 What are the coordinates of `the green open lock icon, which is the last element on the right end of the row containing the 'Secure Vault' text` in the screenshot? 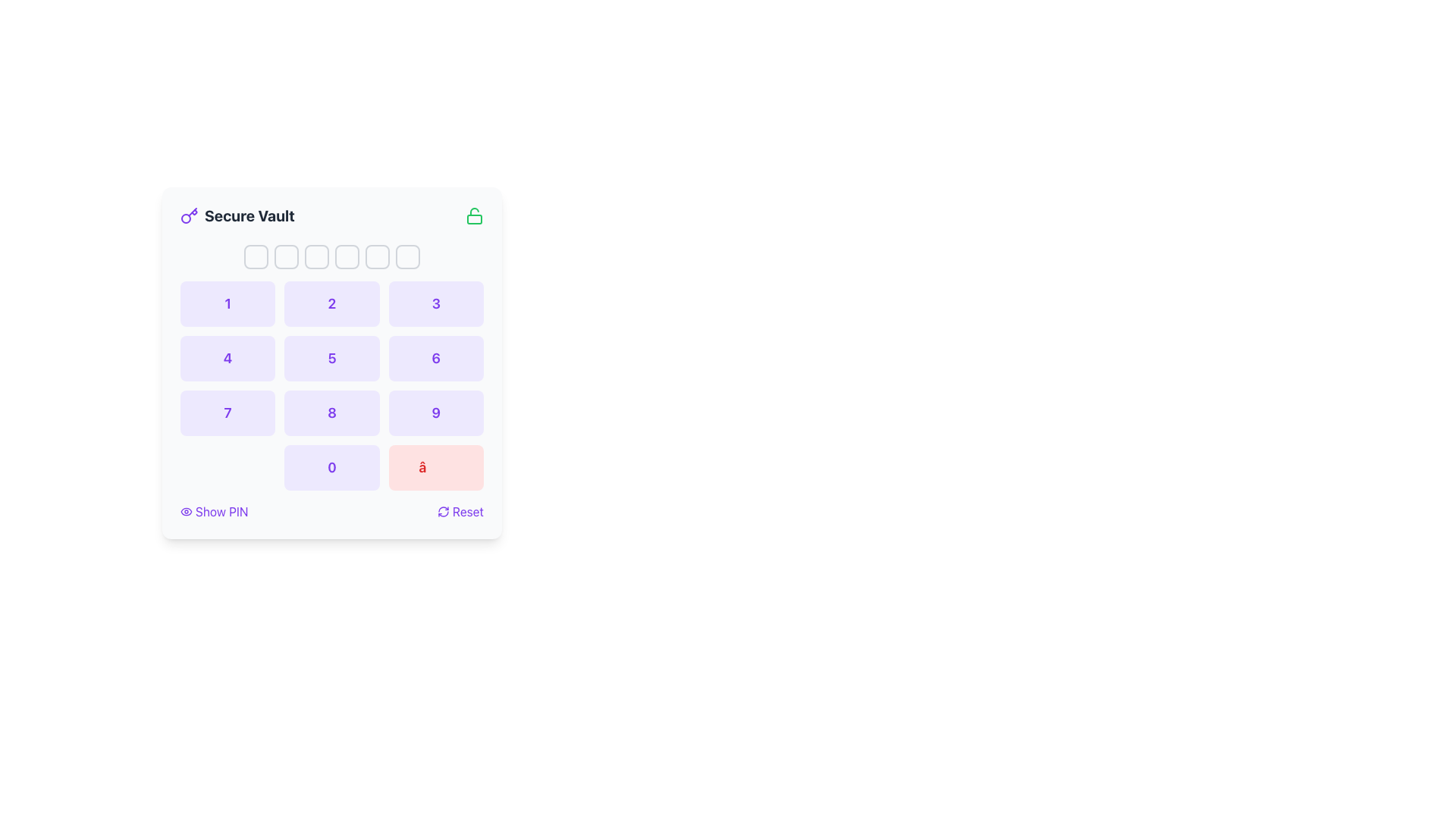 It's located at (473, 216).